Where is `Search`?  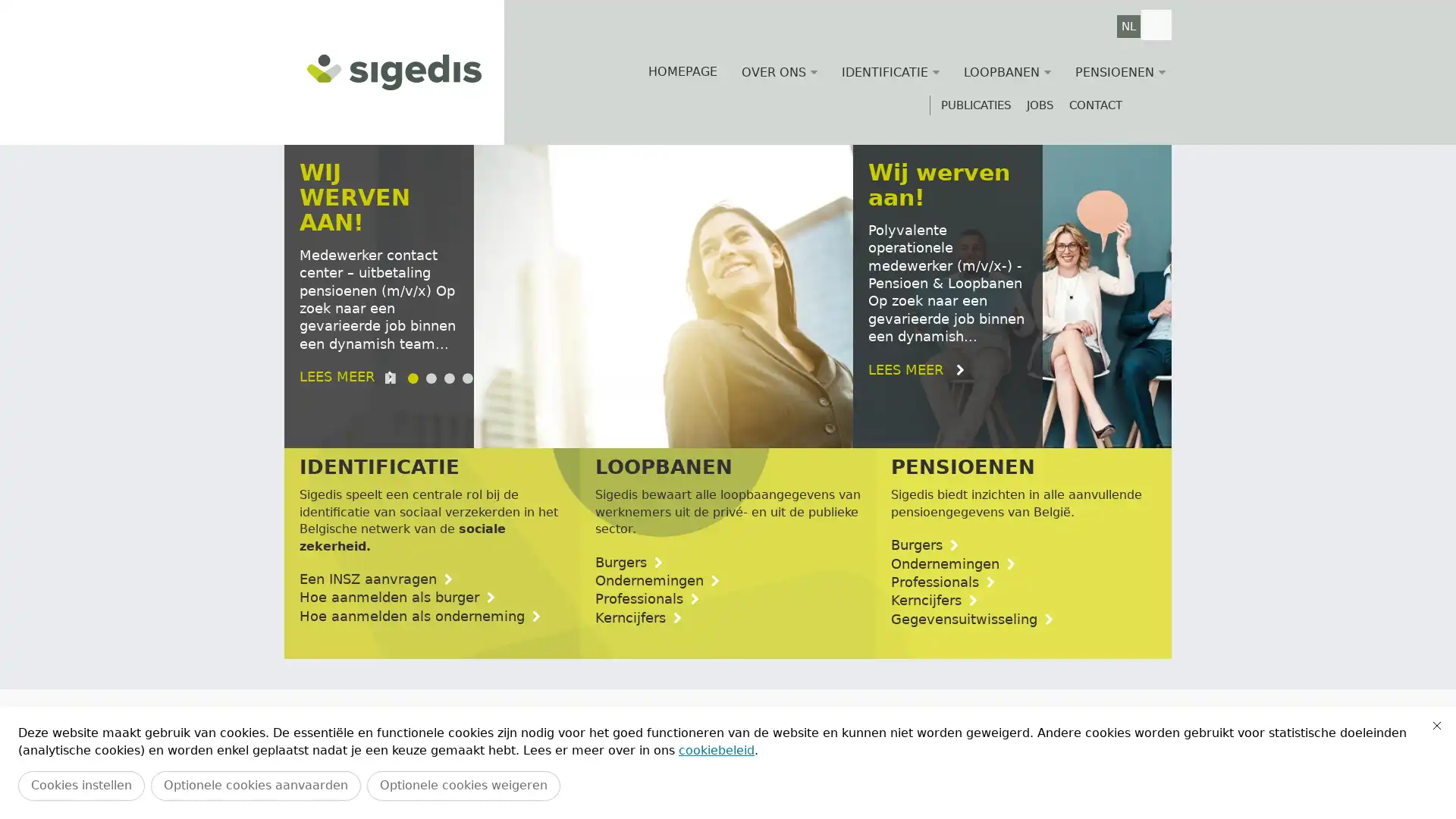
Search is located at coordinates (1156, 25).